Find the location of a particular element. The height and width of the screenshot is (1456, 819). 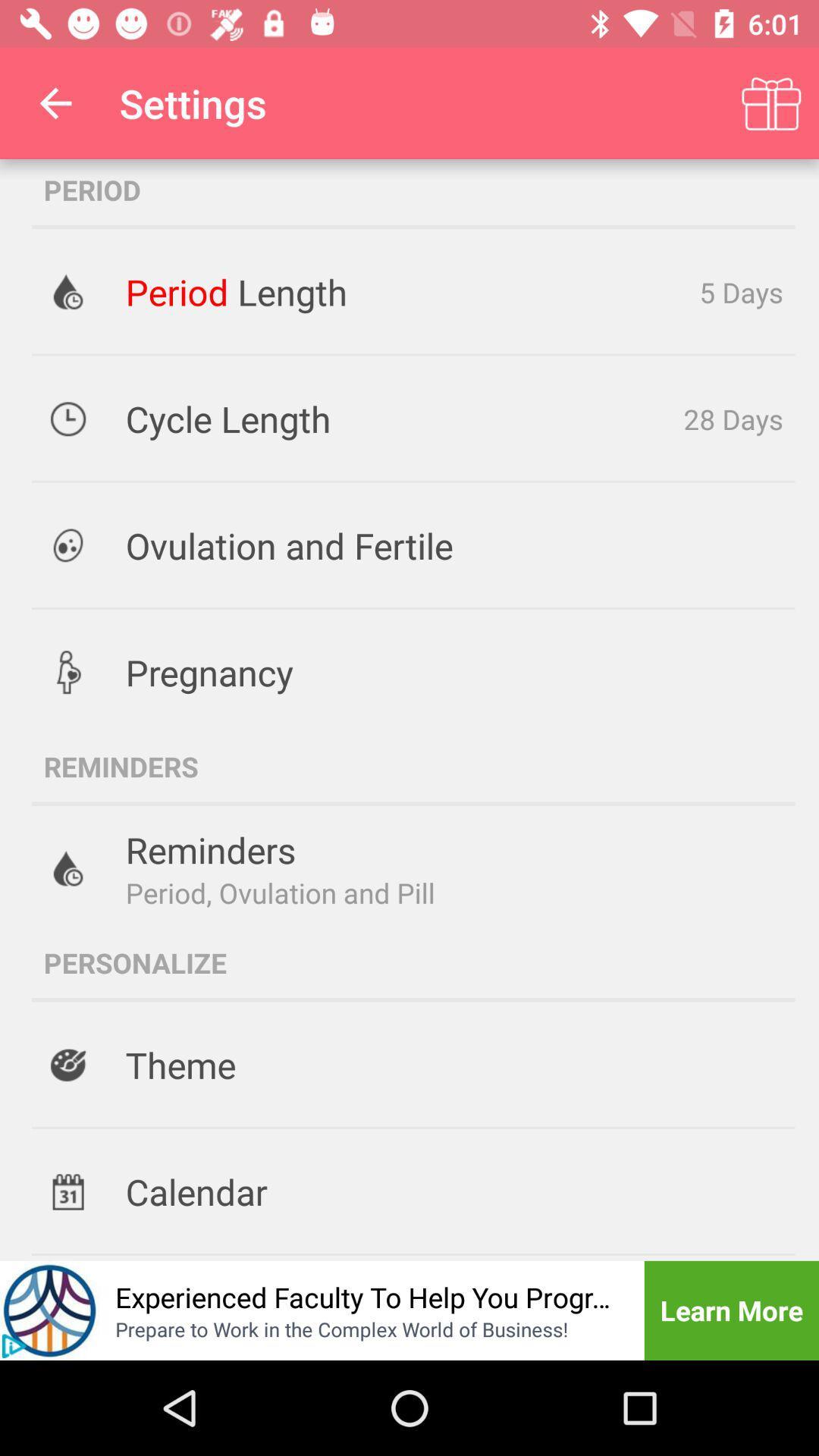

the flight icon is located at coordinates (49, 1310).